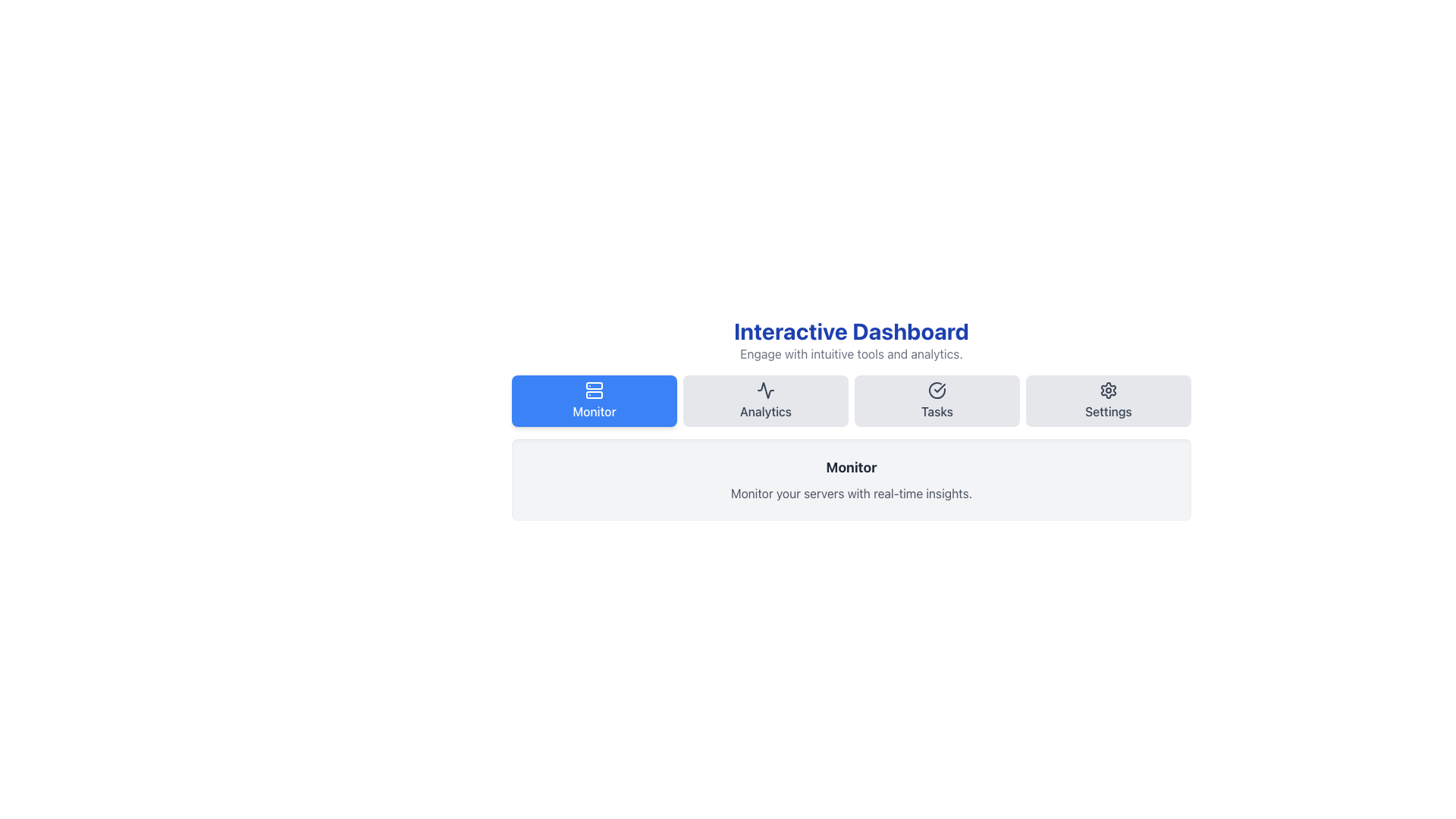  Describe the element at coordinates (937, 400) in the screenshot. I see `the 'Tasks' button, which is the third button from the left in a row of four buttons` at that location.